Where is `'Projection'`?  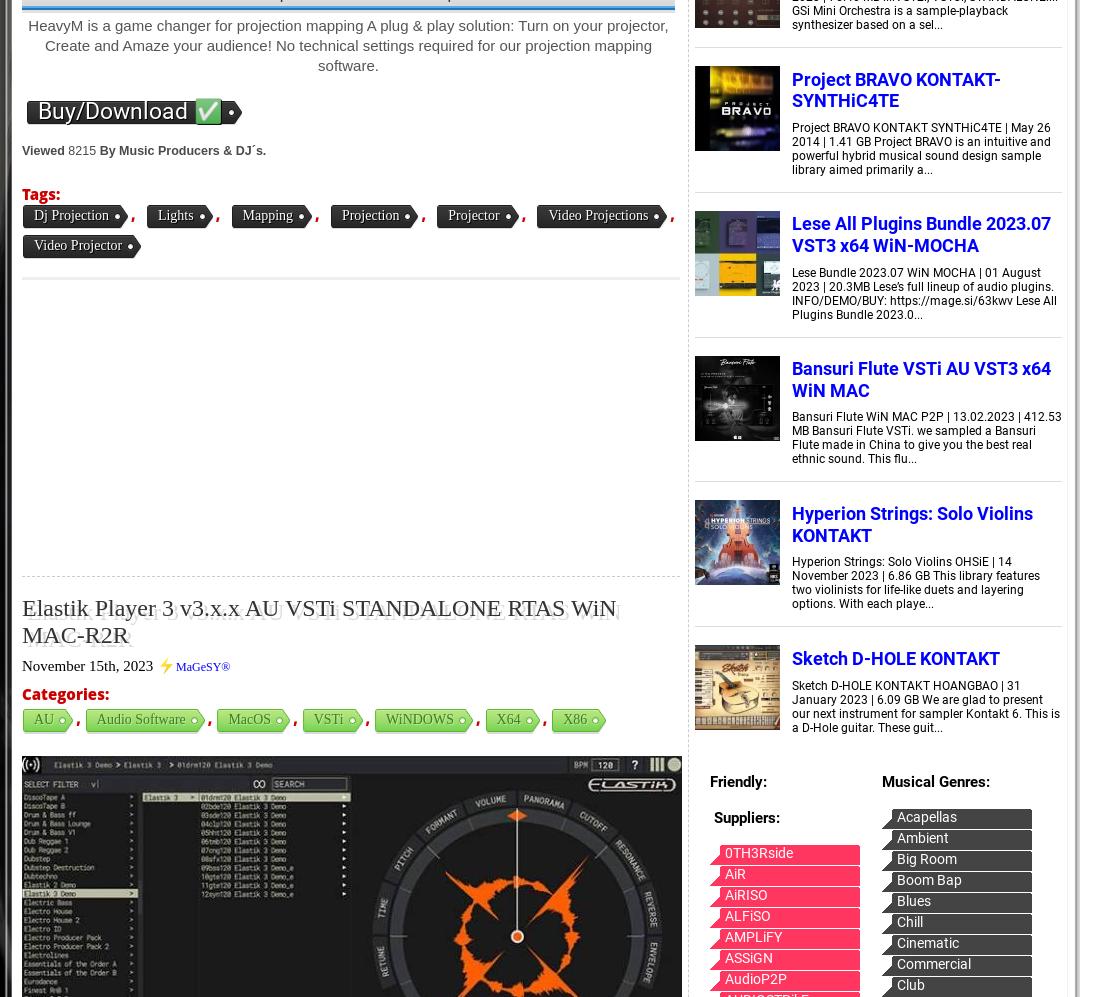 'Projection' is located at coordinates (368, 215).